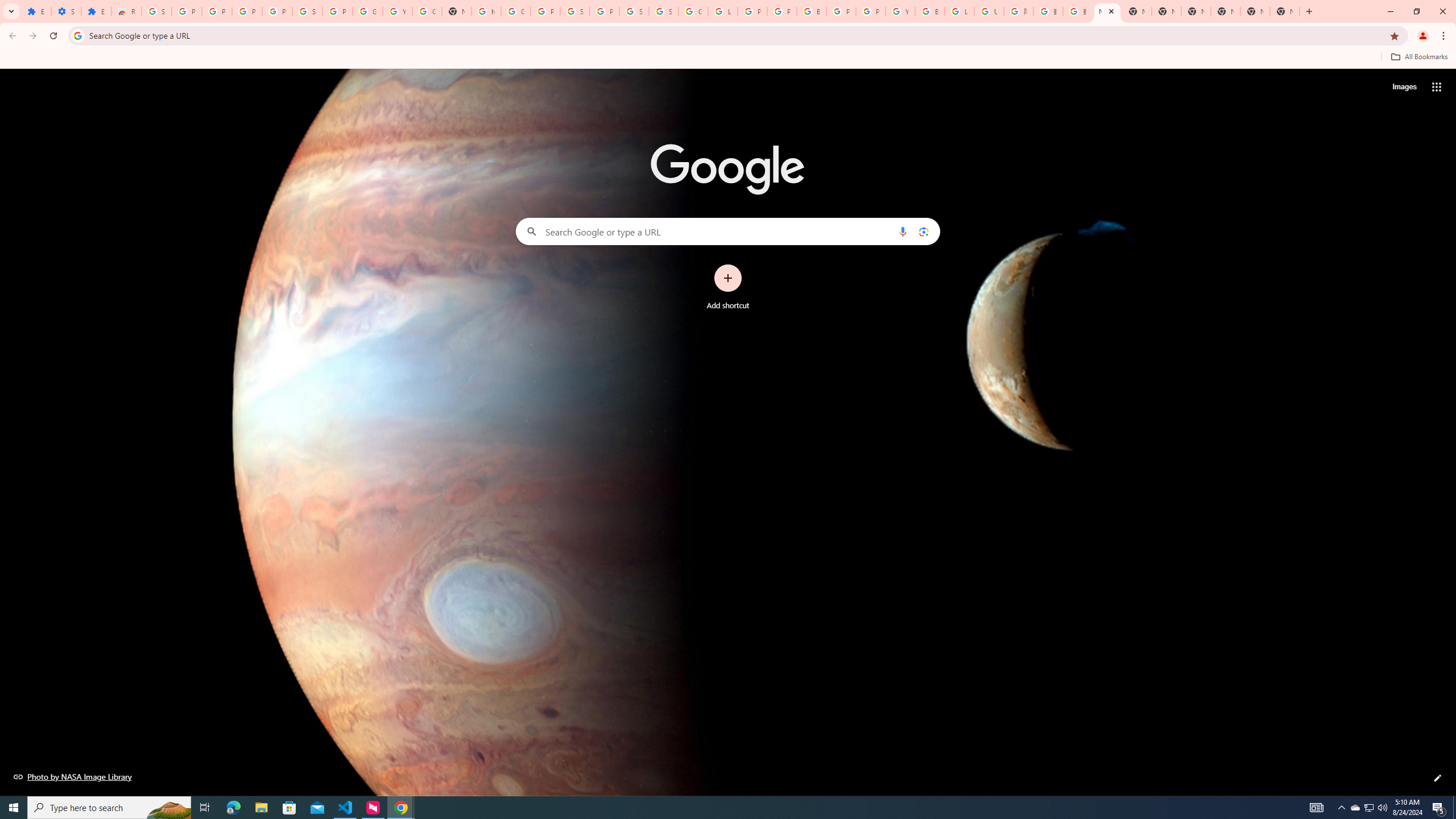 This screenshot has height=819, width=1456. Describe the element at coordinates (663, 11) in the screenshot. I see `'Sign in - Google Accounts'` at that location.